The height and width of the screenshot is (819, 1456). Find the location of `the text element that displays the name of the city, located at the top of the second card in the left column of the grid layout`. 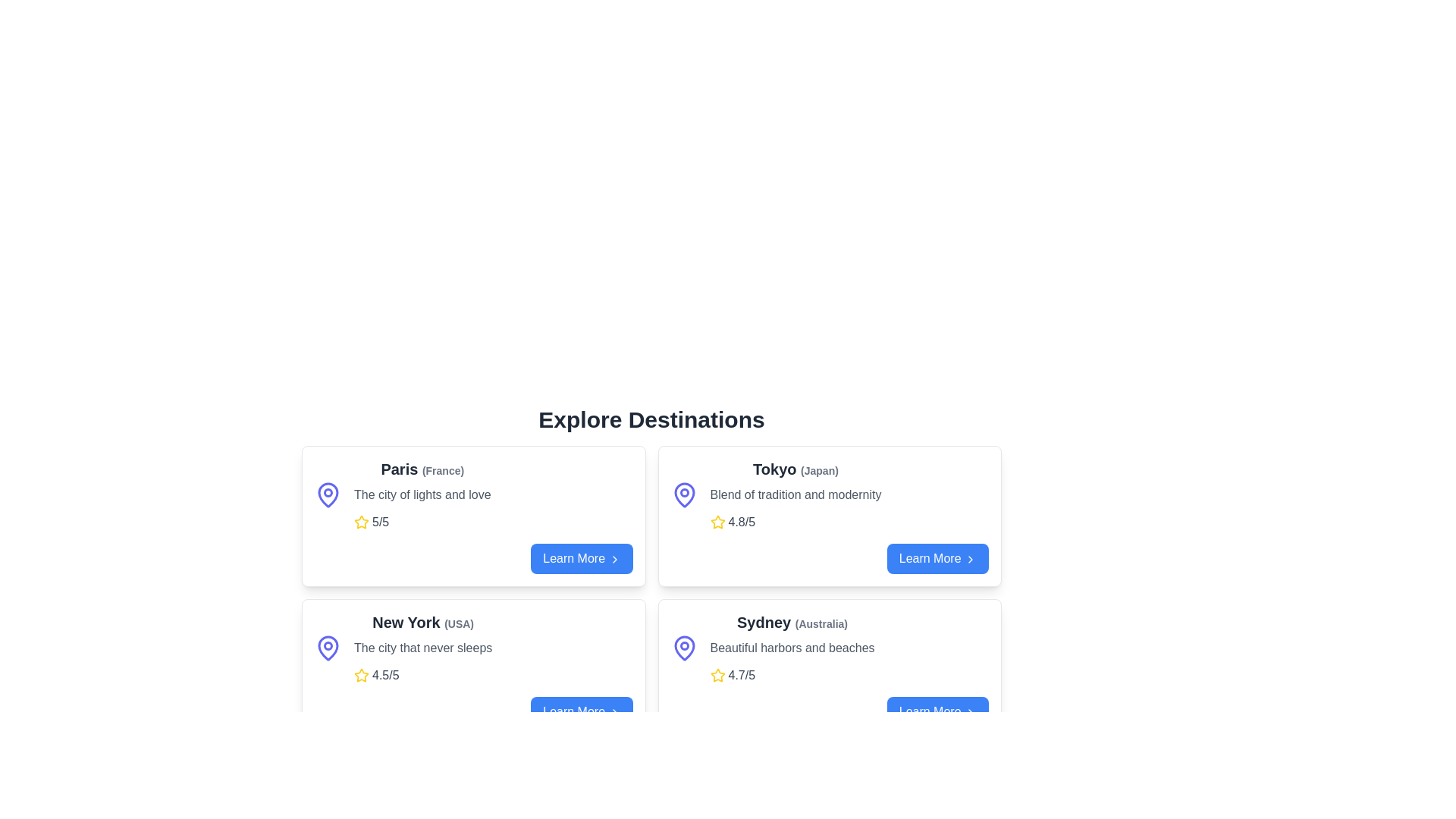

the text element that displays the name of the city, located at the top of the second card in the left column of the grid layout is located at coordinates (423, 623).